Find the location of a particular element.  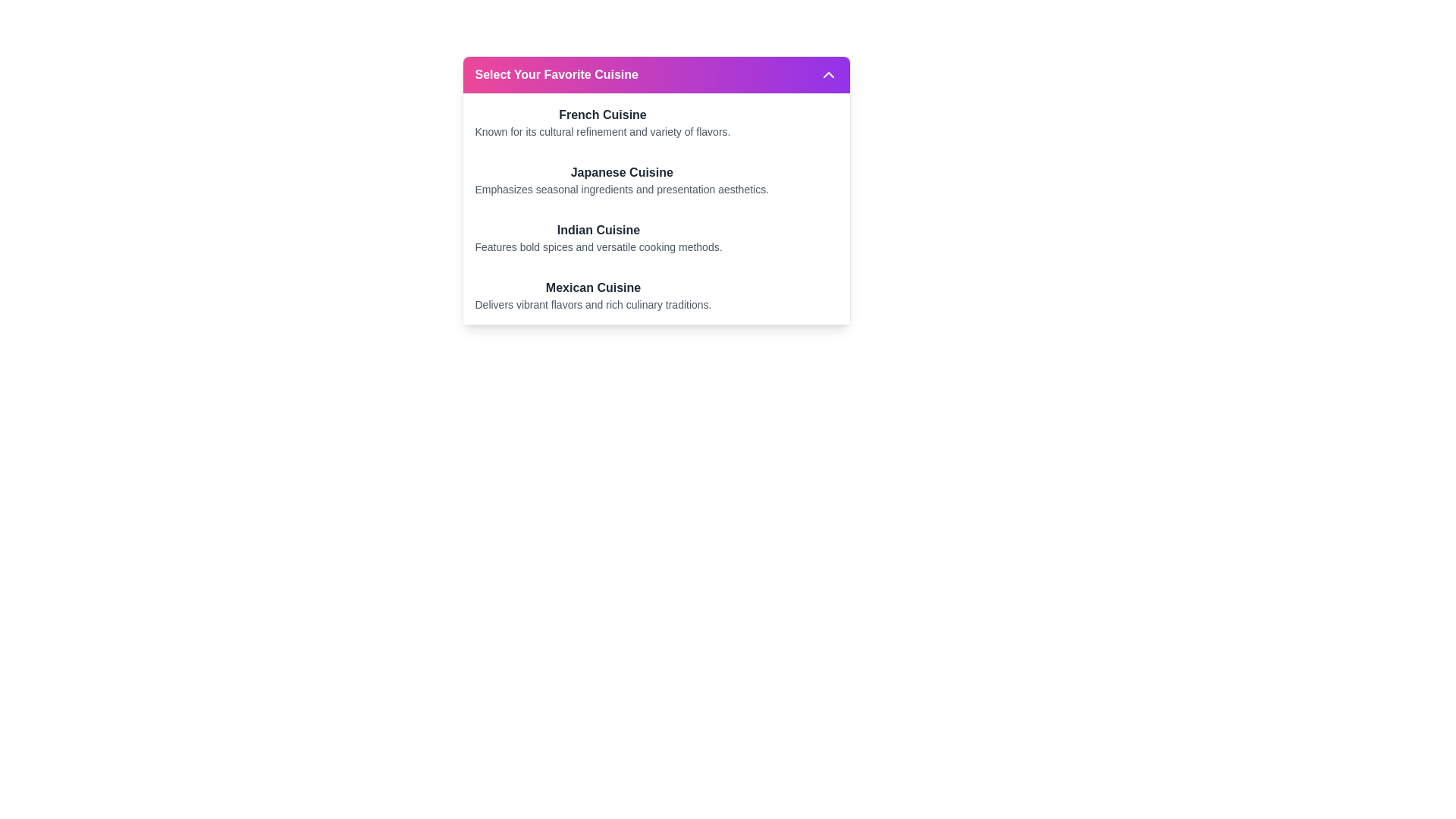

the static text display that describes Japanese cuisine, which is positioned below 'French Cuisine' and above 'Indian Cuisine' in the list under the header 'Select Your Favorite Cuisine.' is located at coordinates (656, 180).